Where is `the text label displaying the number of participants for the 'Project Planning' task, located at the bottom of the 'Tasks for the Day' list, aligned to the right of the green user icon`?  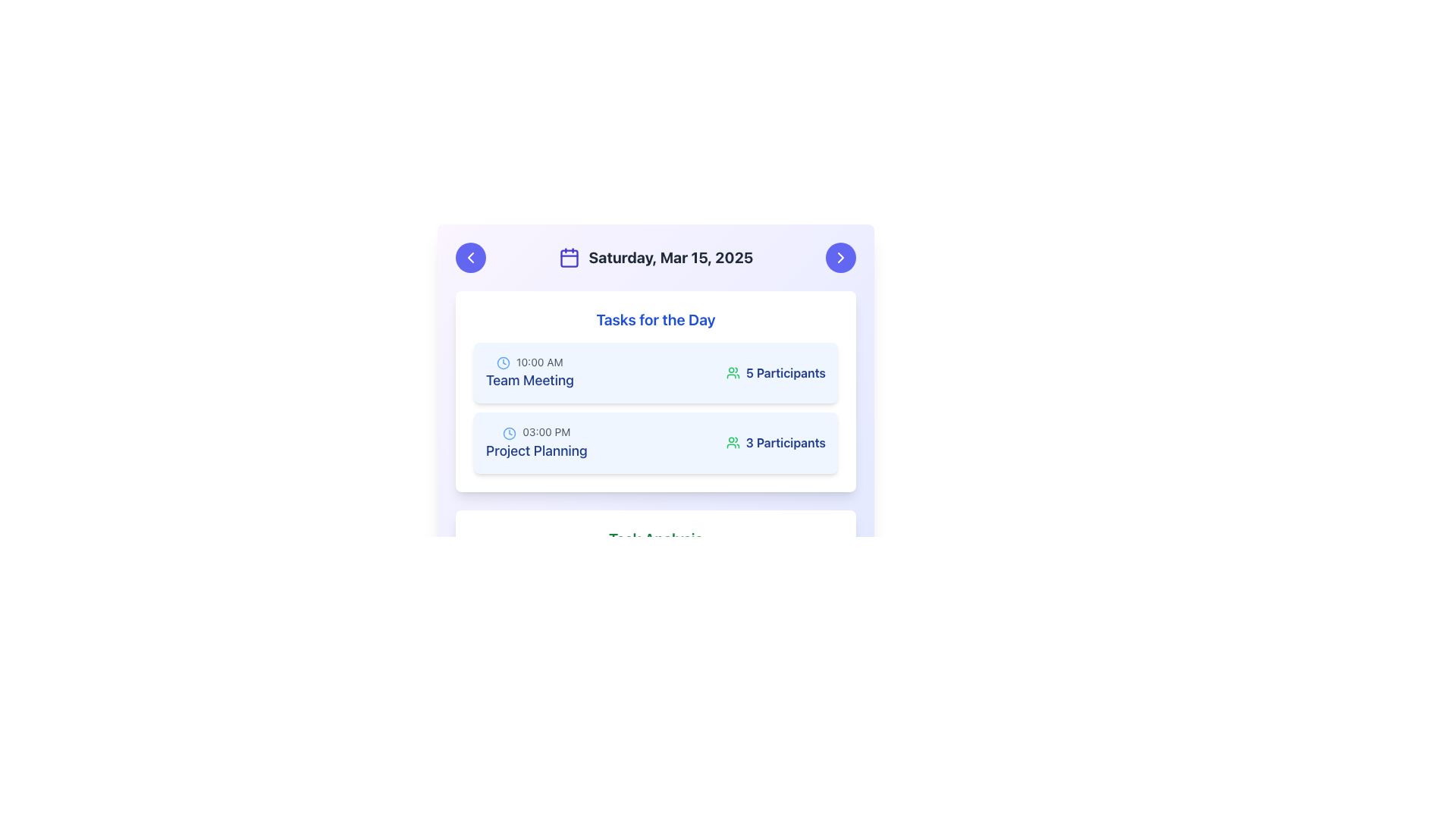
the text label displaying the number of participants for the 'Project Planning' task, located at the bottom of the 'Tasks for the Day' list, aligned to the right of the green user icon is located at coordinates (786, 443).